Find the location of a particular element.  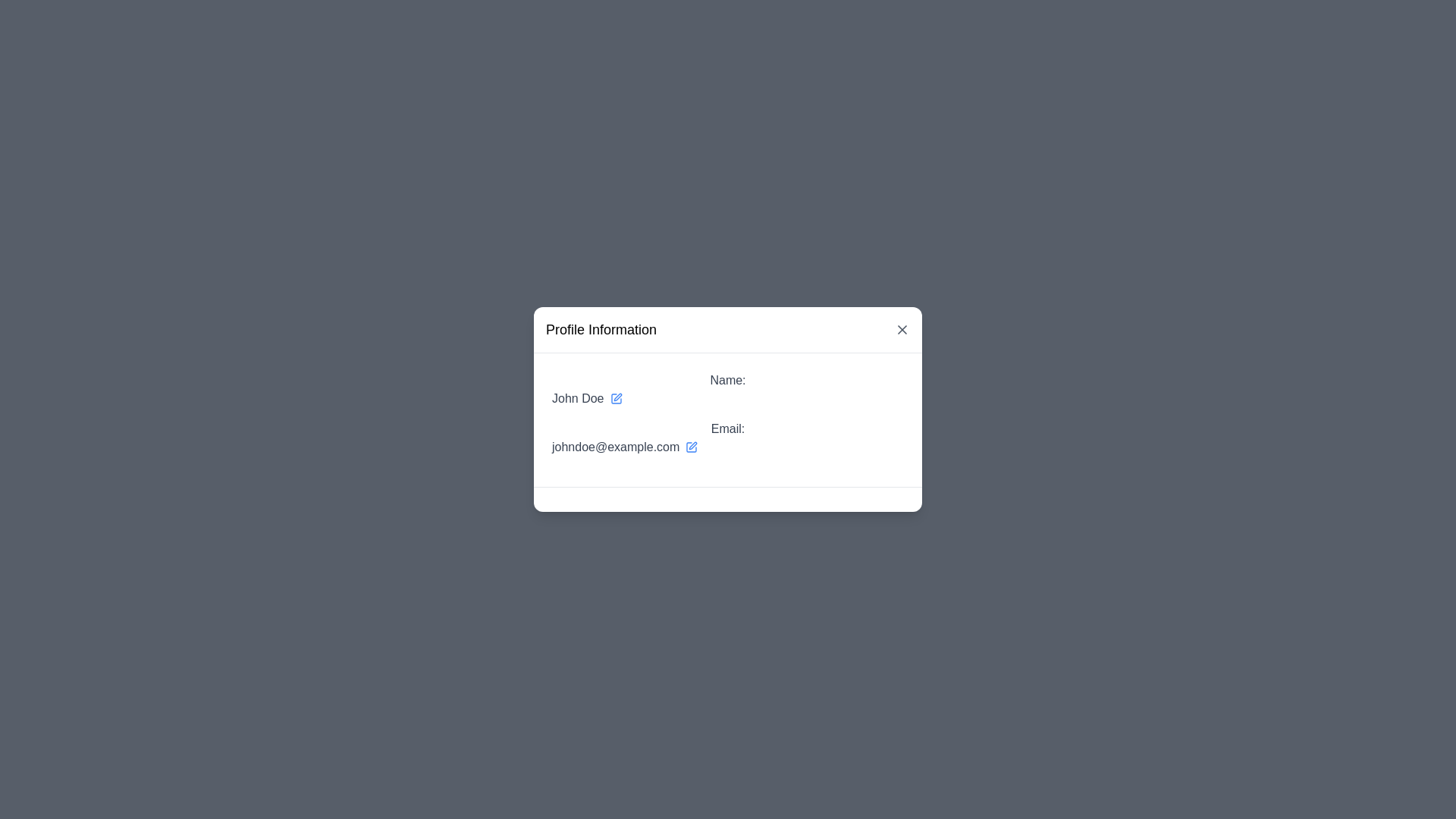

the text label that serves as a heading or title for the section of the interface, located at the top-left region of the dialog box is located at coordinates (600, 329).